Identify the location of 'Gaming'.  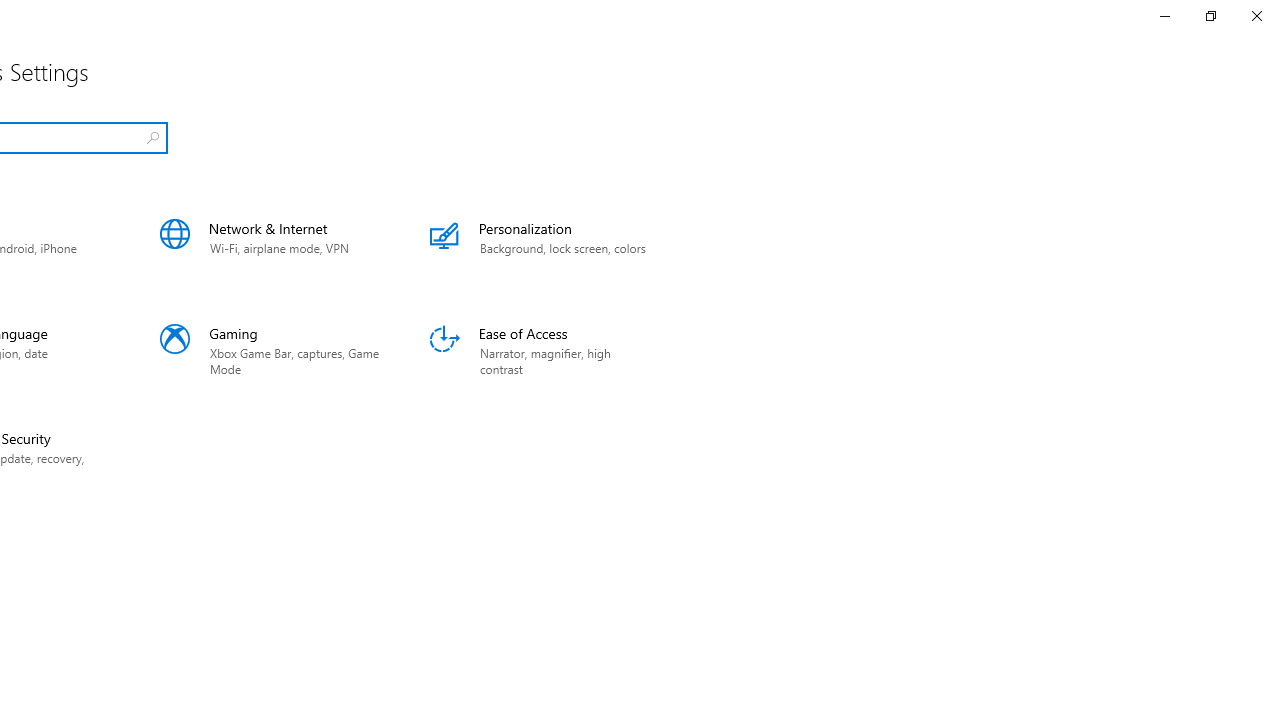
(269, 350).